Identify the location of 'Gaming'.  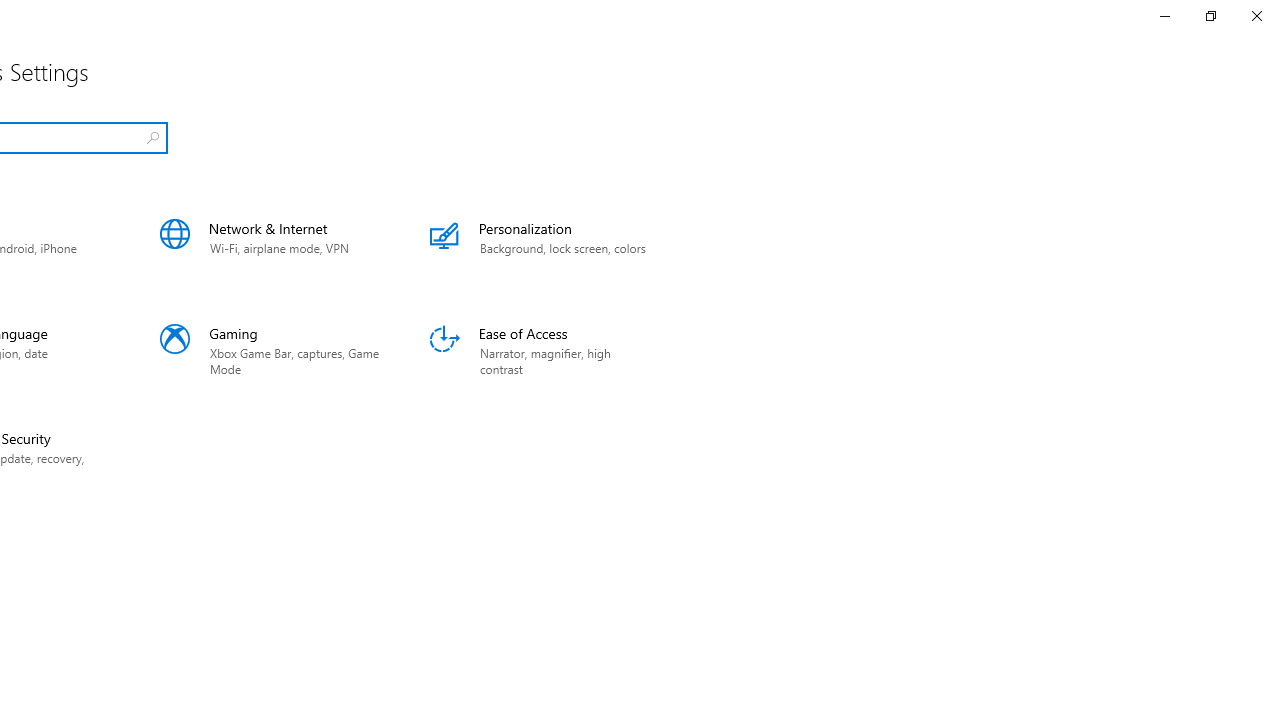
(269, 350).